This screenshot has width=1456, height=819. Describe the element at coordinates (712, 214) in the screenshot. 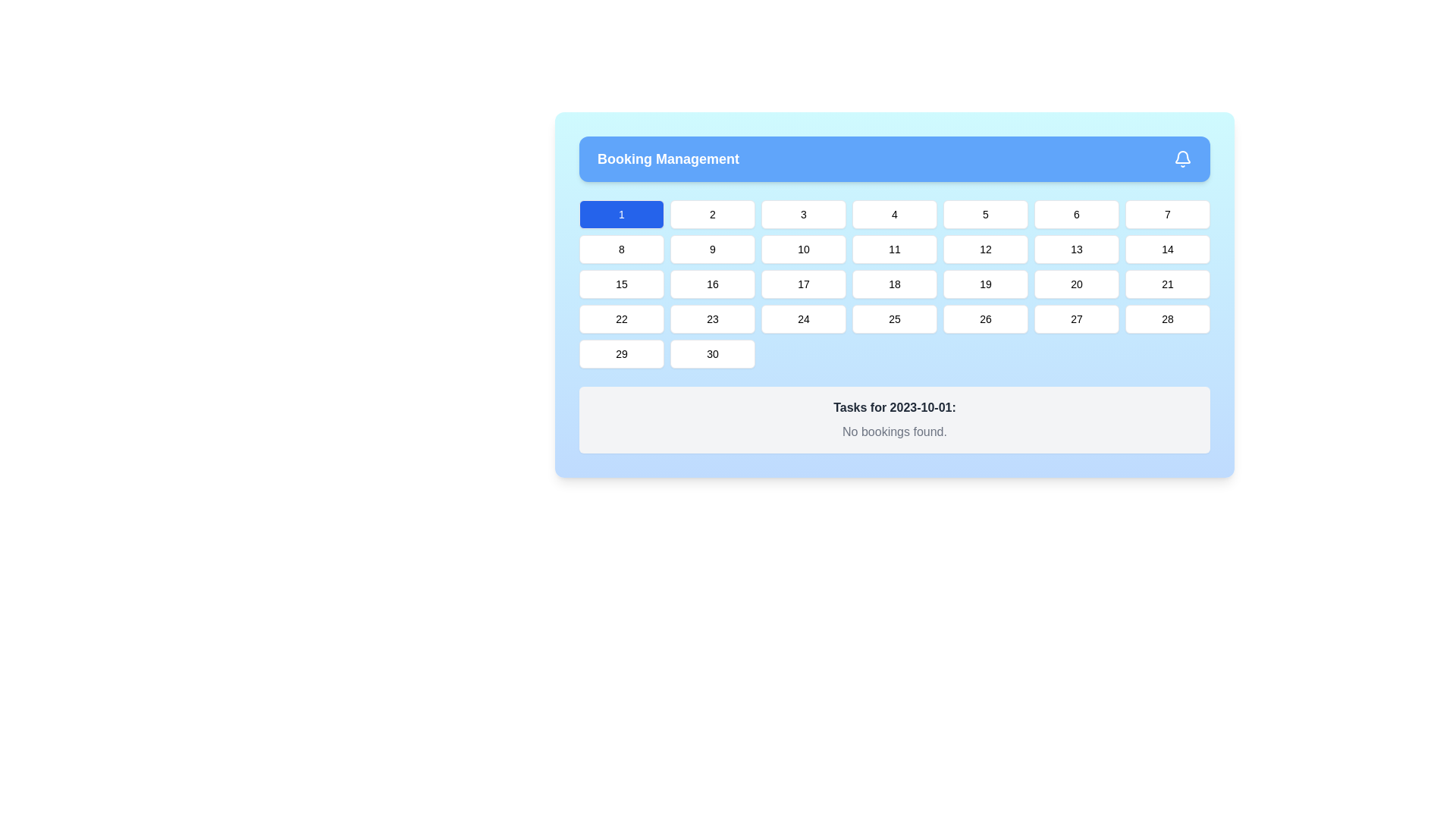

I see `the button labeled '2' located in the grid layout of buttons within the 'Booking Management' panel` at that location.